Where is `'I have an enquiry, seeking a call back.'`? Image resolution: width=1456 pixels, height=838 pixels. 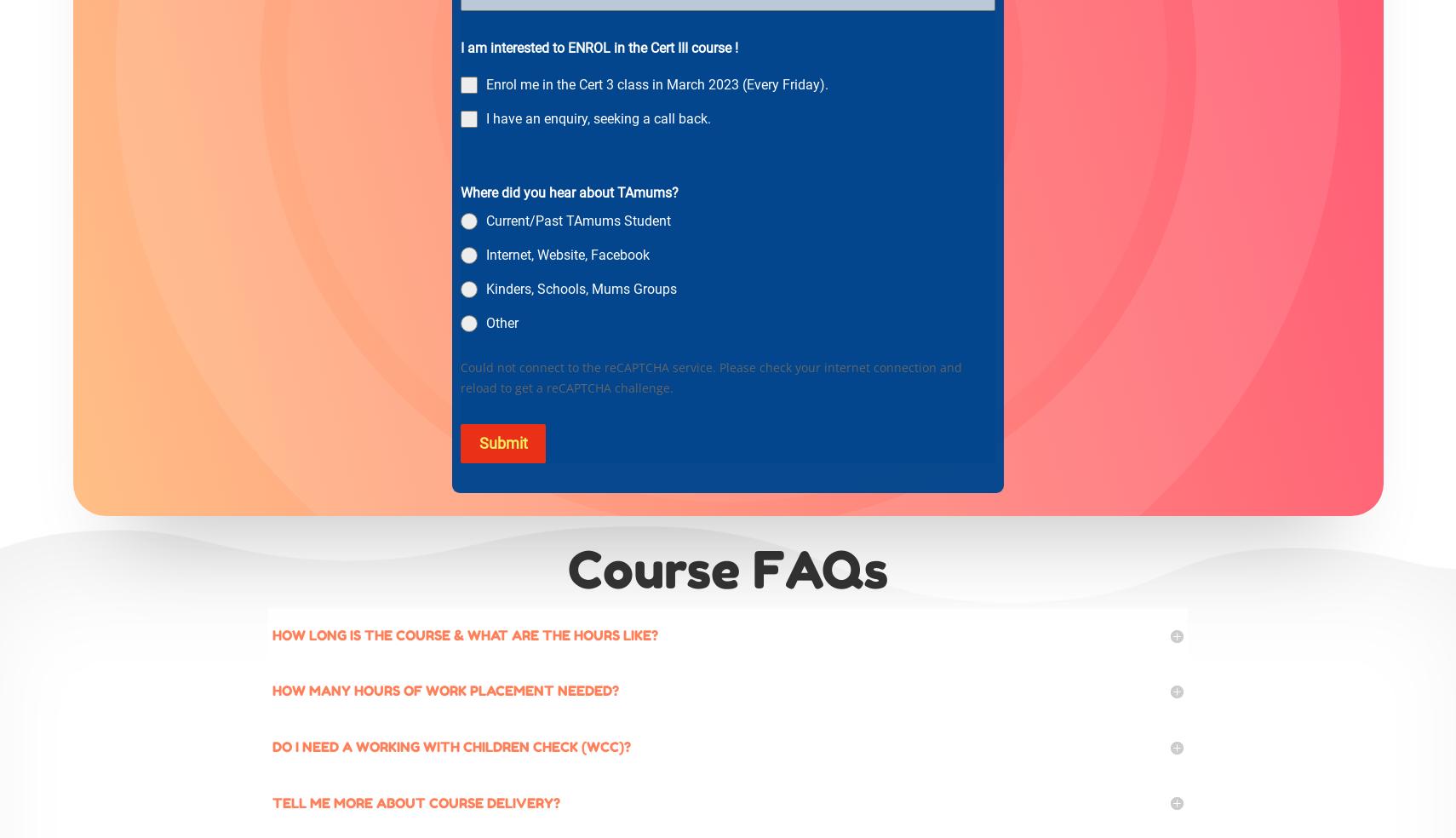
'I have an enquiry, seeking a call back.' is located at coordinates (598, 118).